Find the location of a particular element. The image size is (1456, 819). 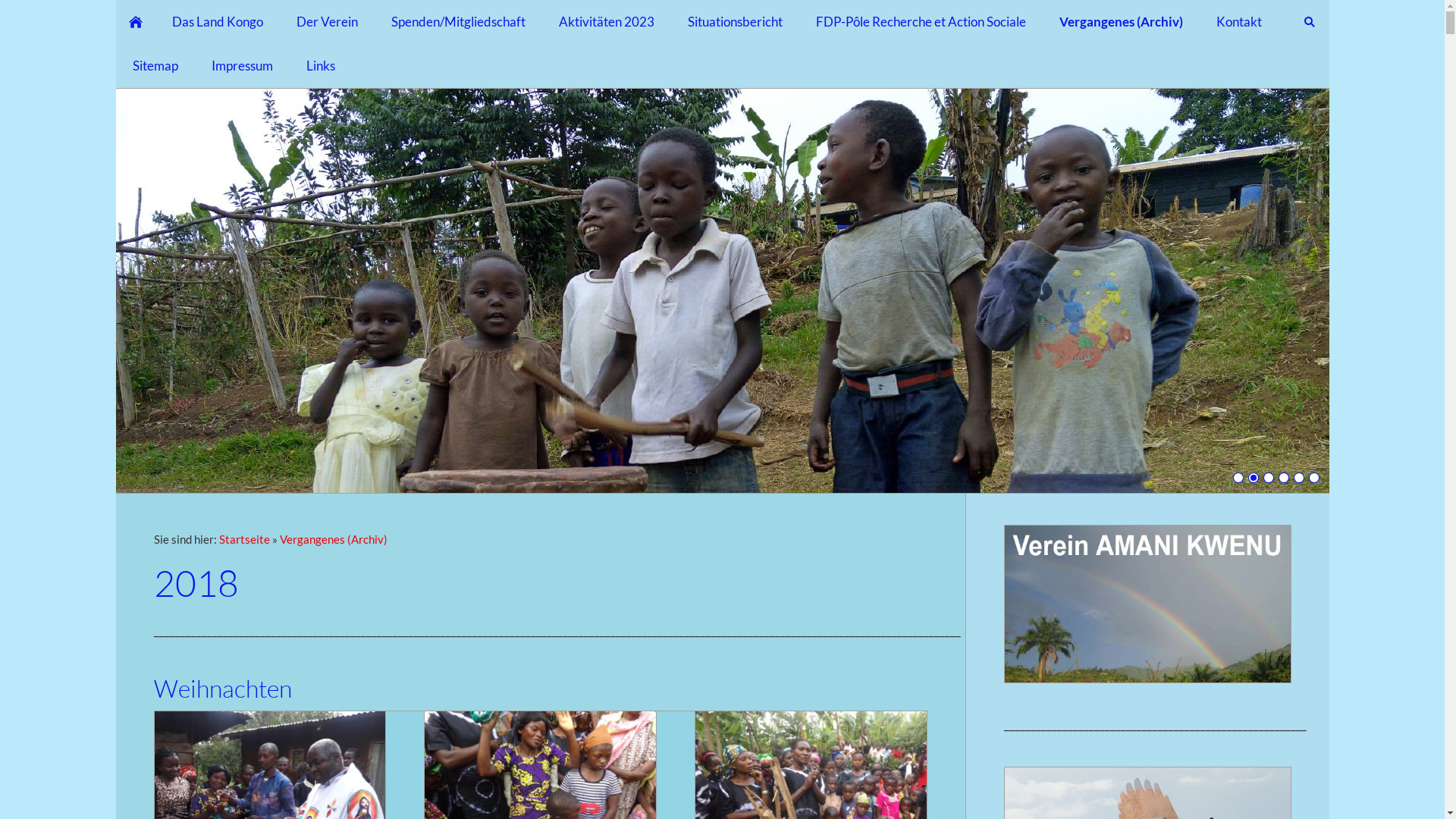

'Das Land Kongo' is located at coordinates (216, 22).